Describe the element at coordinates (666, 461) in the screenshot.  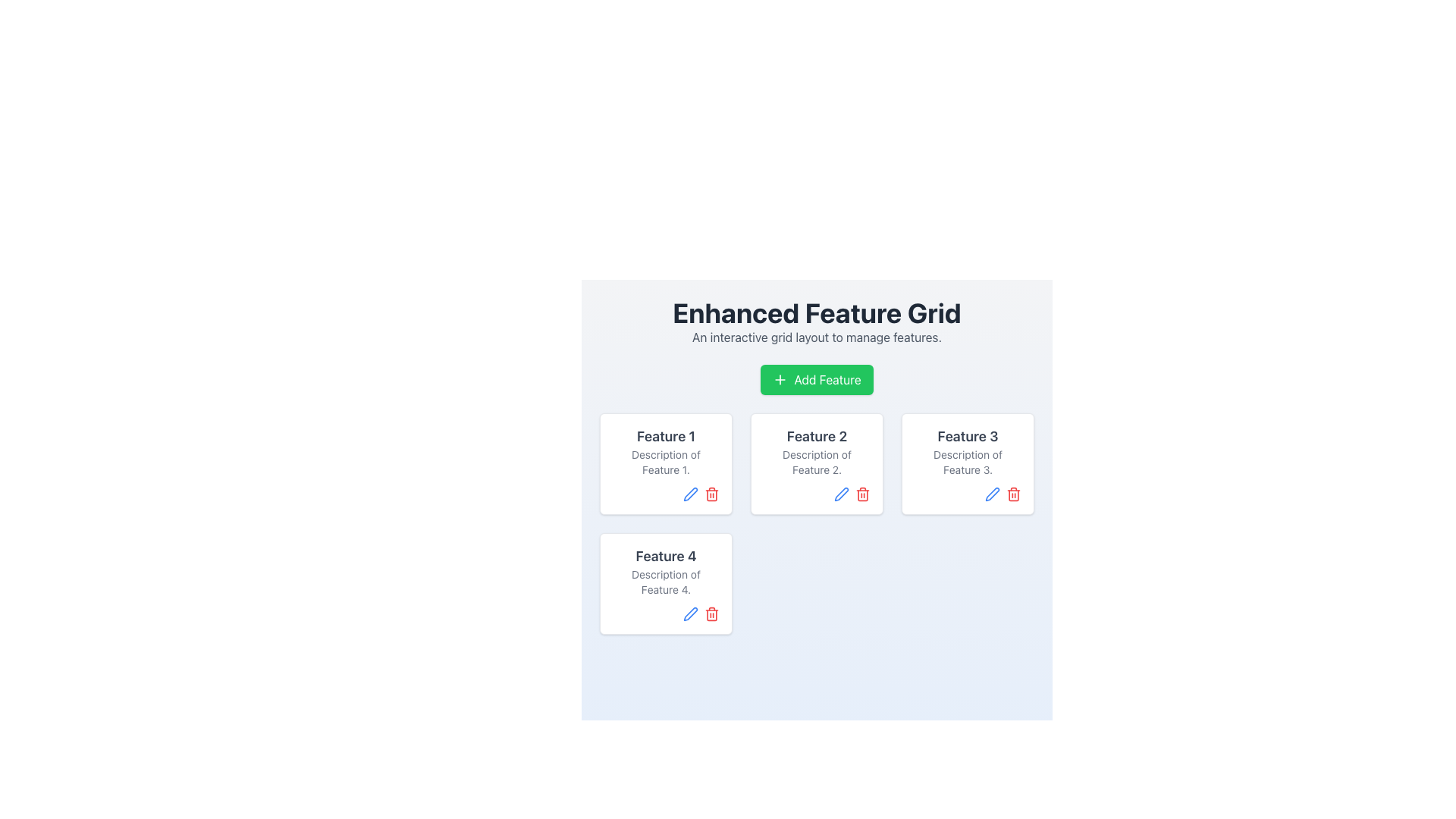
I see `static text block located underneath the 'Feature 1' title within the first feature card` at that location.